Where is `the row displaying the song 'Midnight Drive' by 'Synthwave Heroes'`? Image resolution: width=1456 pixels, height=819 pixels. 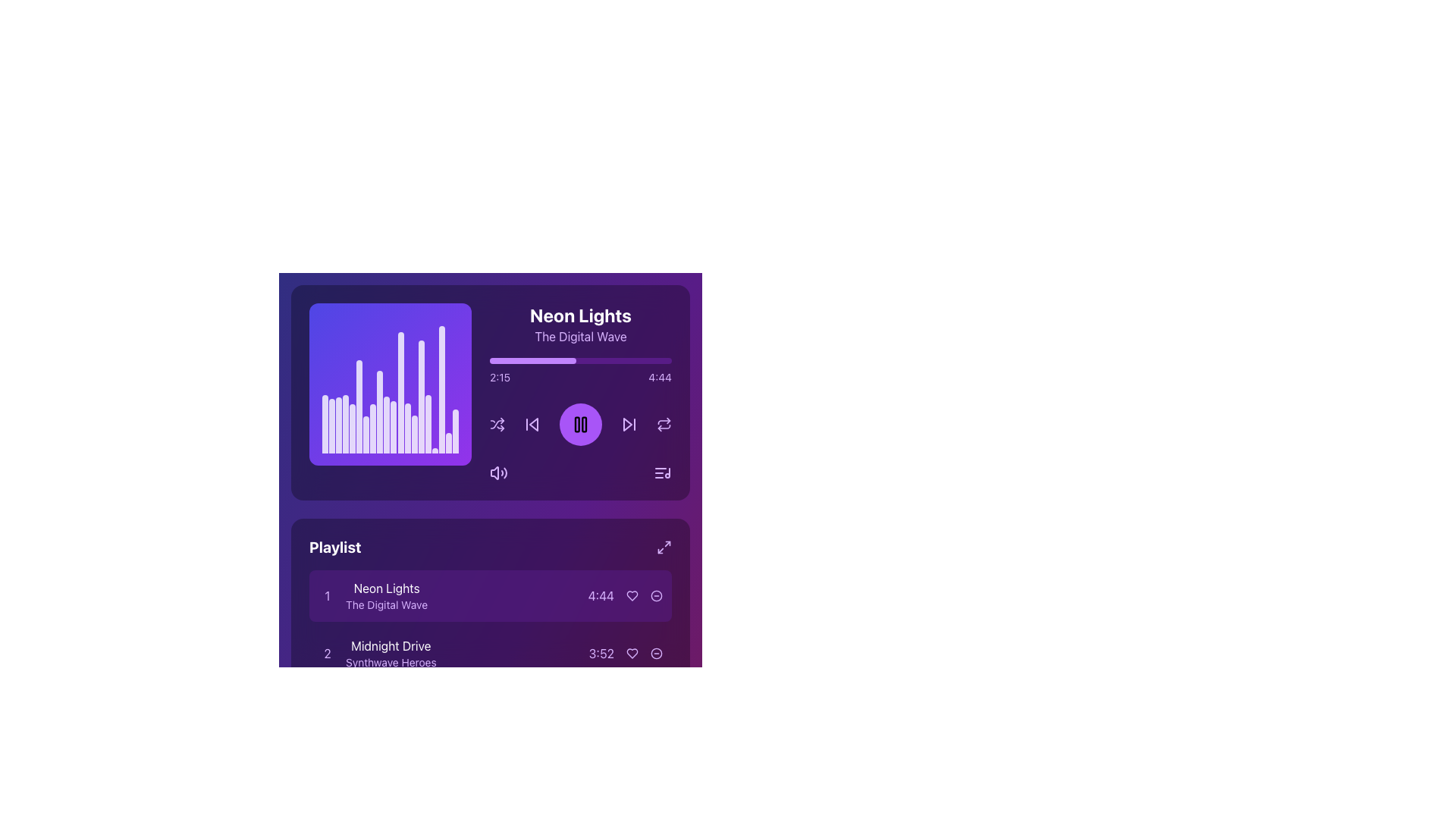 the row displaying the song 'Midnight Drive' by 'Synthwave Heroes' is located at coordinates (491, 652).